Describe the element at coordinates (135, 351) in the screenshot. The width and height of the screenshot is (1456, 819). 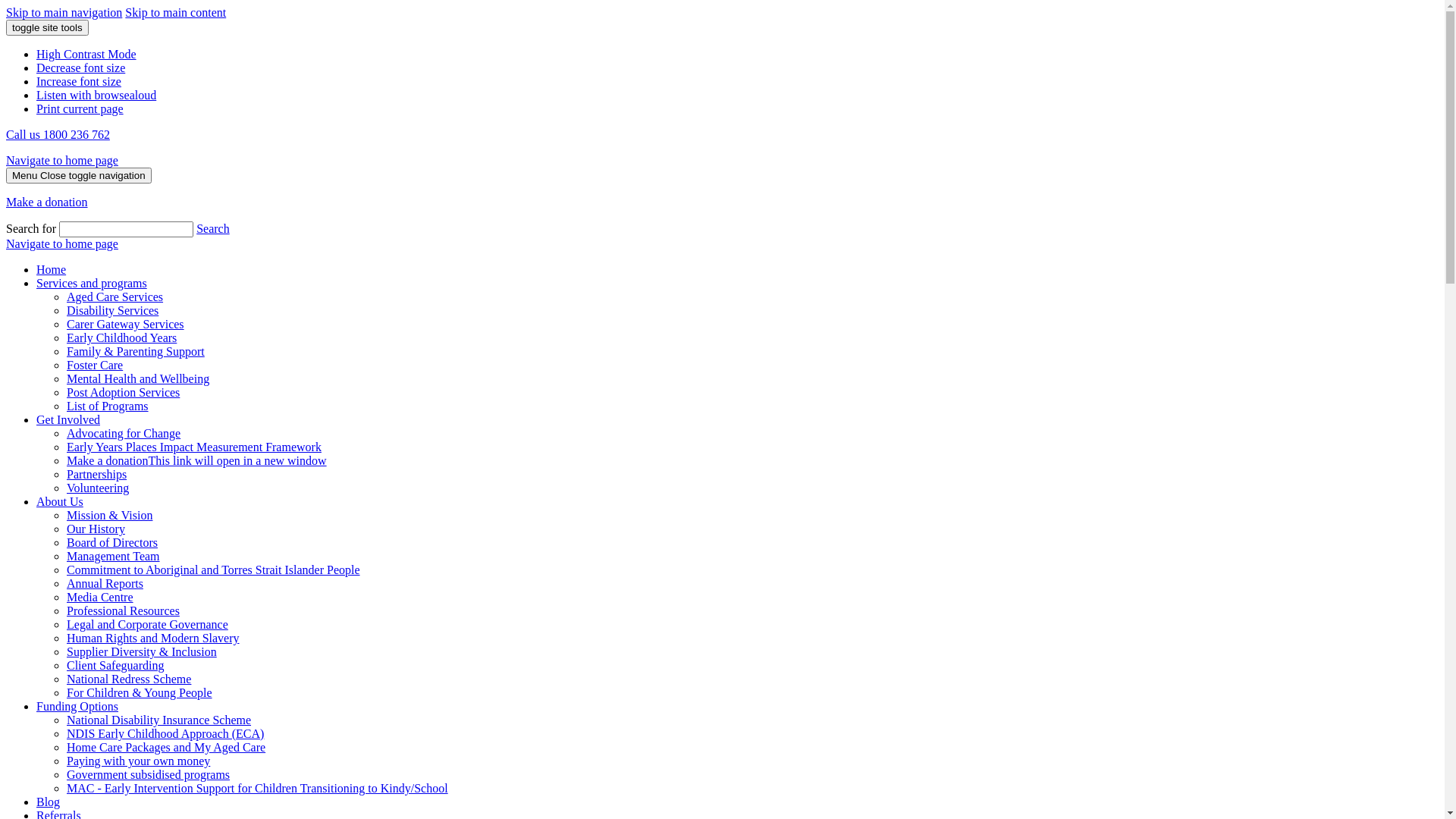
I see `'Family & Parenting Support'` at that location.